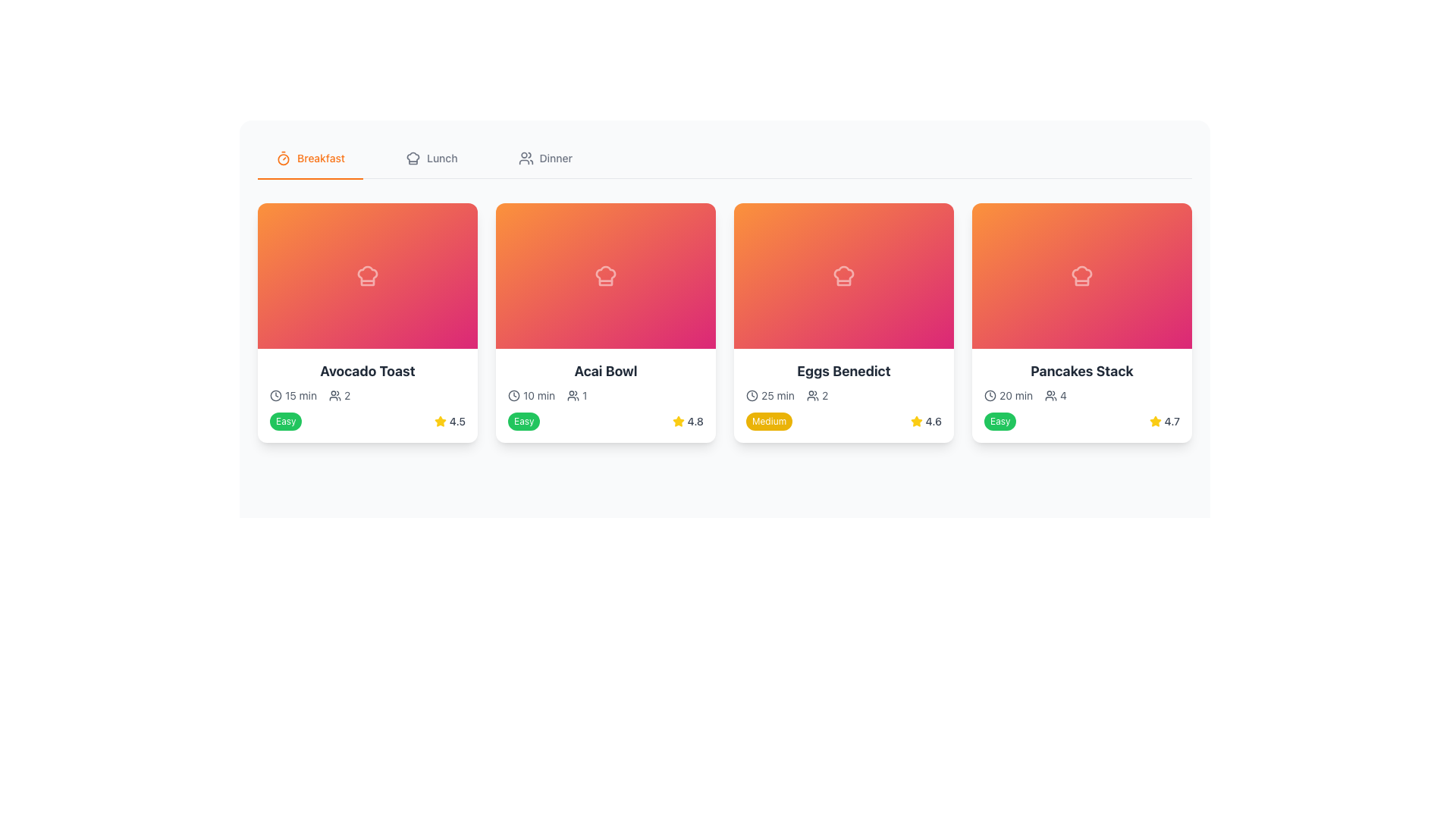 The image size is (1456, 819). I want to click on the text label displaying '15 min', which is styled in a smaller font size and muted color tone, located in the top-left section of the card for the 'Avocado Toast' item, next to the clock icon, so click(301, 394).